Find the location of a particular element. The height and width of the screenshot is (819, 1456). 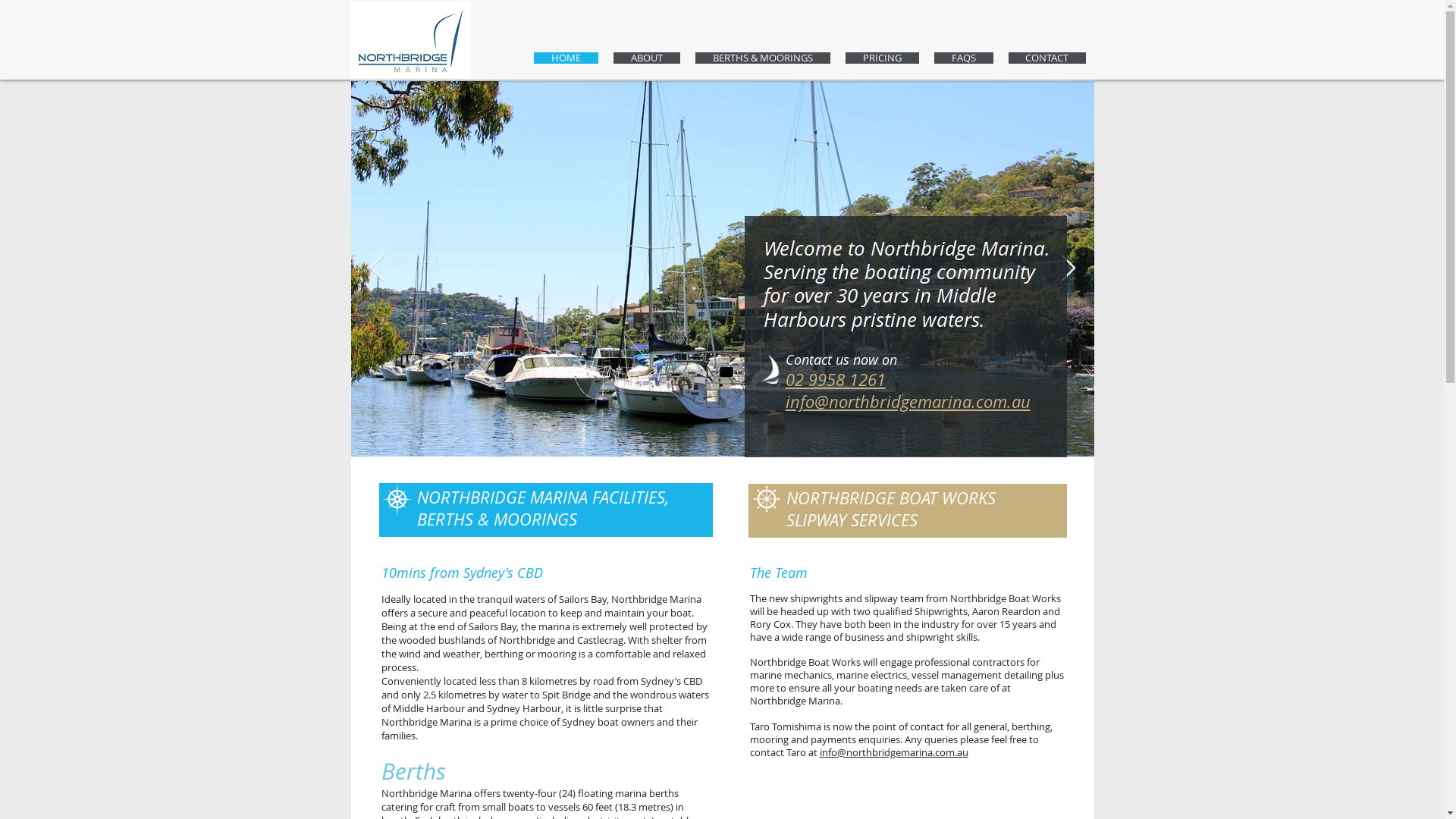

'BERTHS & MOORINGS' is located at coordinates (761, 57).